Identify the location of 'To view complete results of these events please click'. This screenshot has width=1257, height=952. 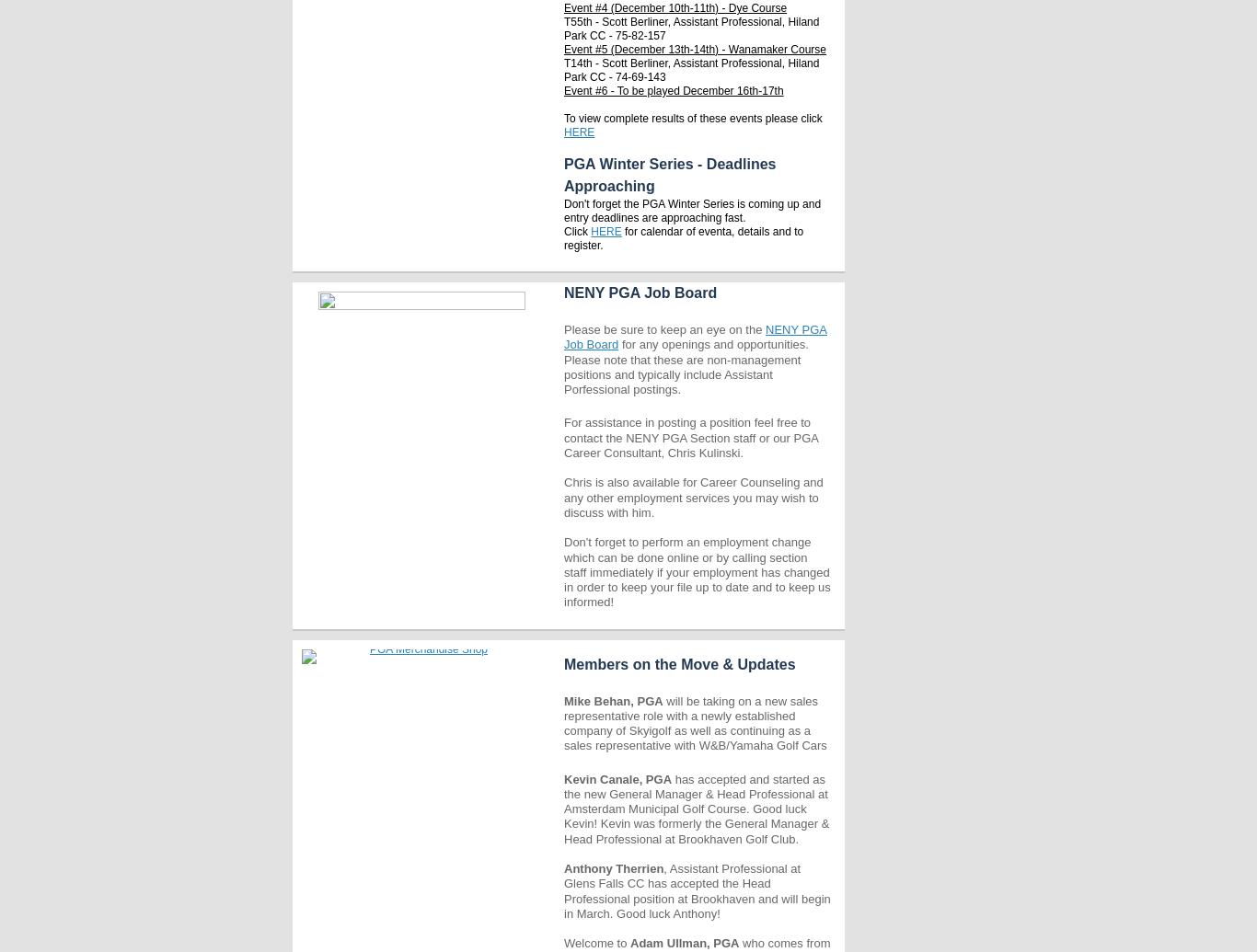
(692, 118).